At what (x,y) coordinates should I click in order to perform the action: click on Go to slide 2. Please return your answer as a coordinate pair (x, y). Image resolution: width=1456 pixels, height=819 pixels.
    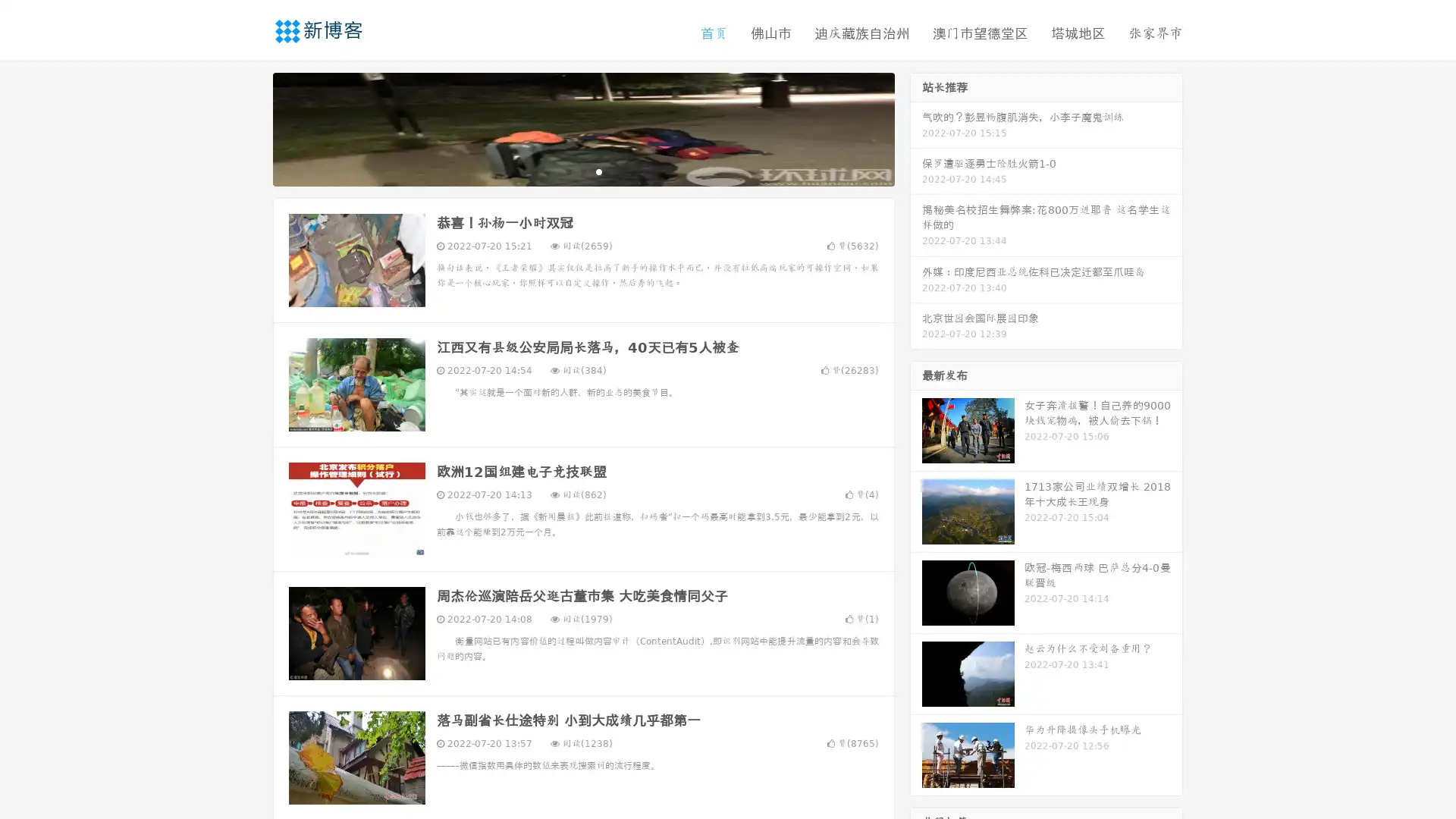
    Looking at the image, I should click on (582, 171).